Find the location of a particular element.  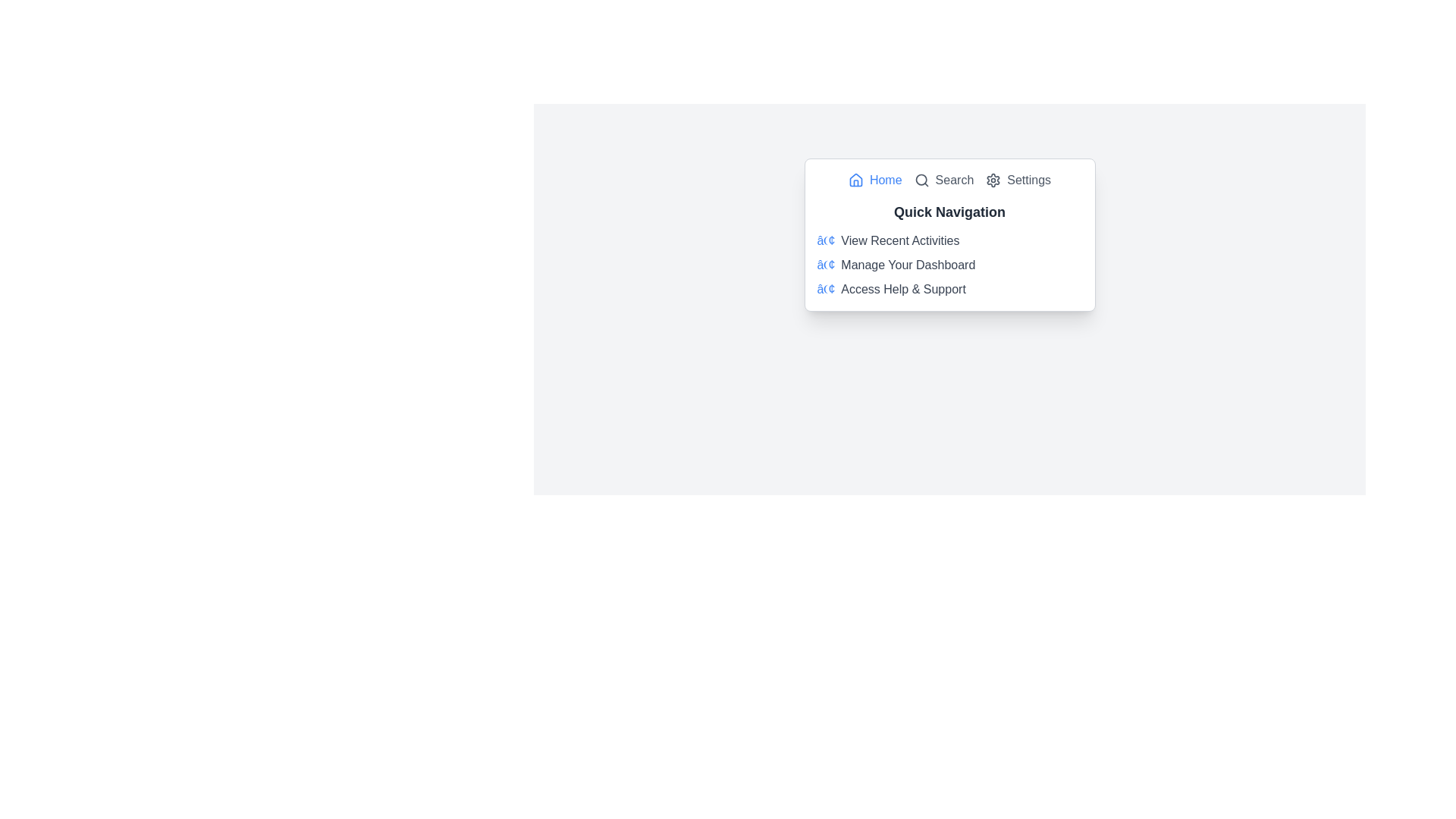

the circle lens of the magnifying glass icon, which is the second icon in the top bar of the interface, located to the left of the 'Settings' gear icon and to the right of the 'Home' icon is located at coordinates (920, 179).